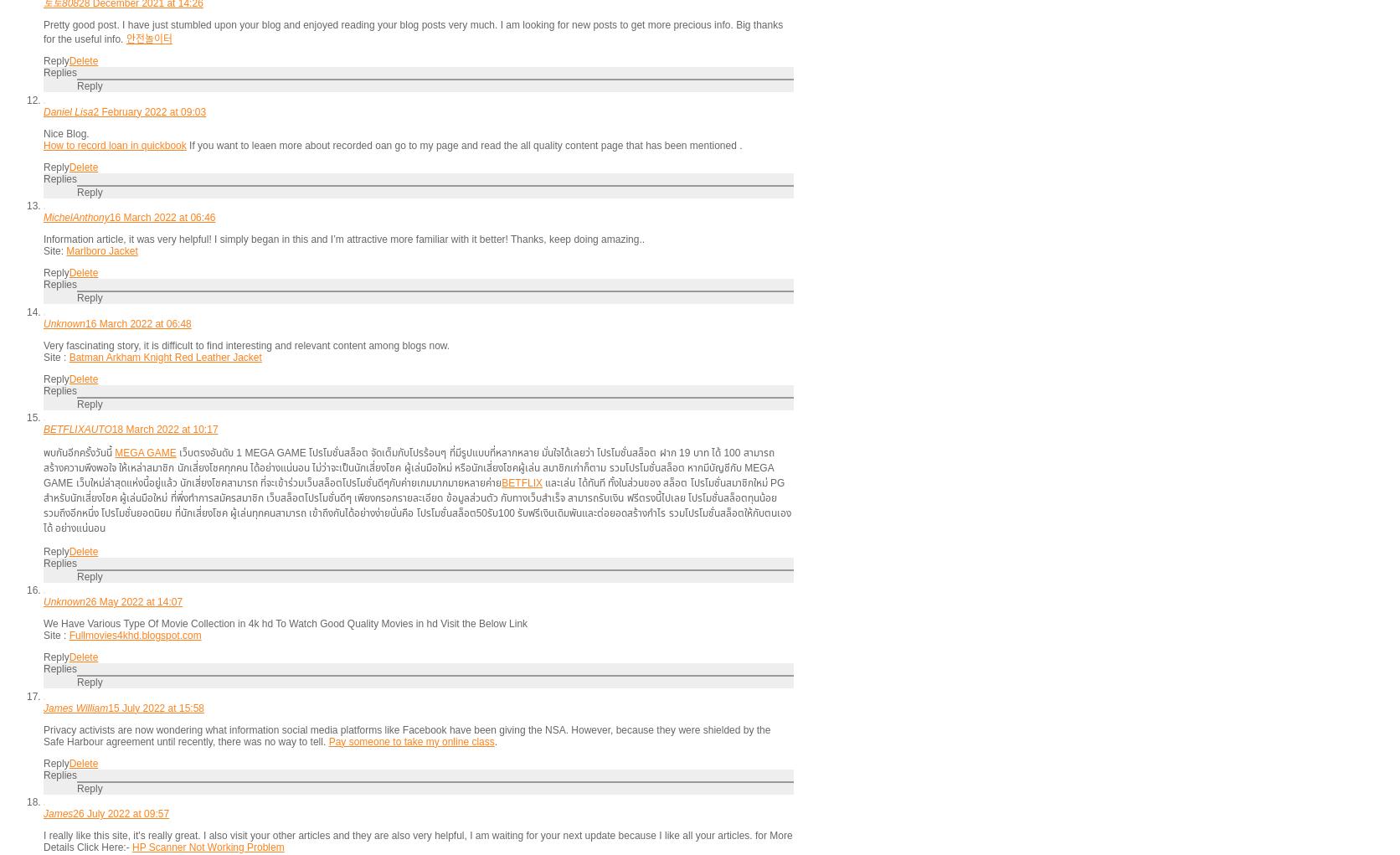 This screenshot has height=855, width=1400. I want to click on '2 February 2022 at 09:03', so click(148, 111).